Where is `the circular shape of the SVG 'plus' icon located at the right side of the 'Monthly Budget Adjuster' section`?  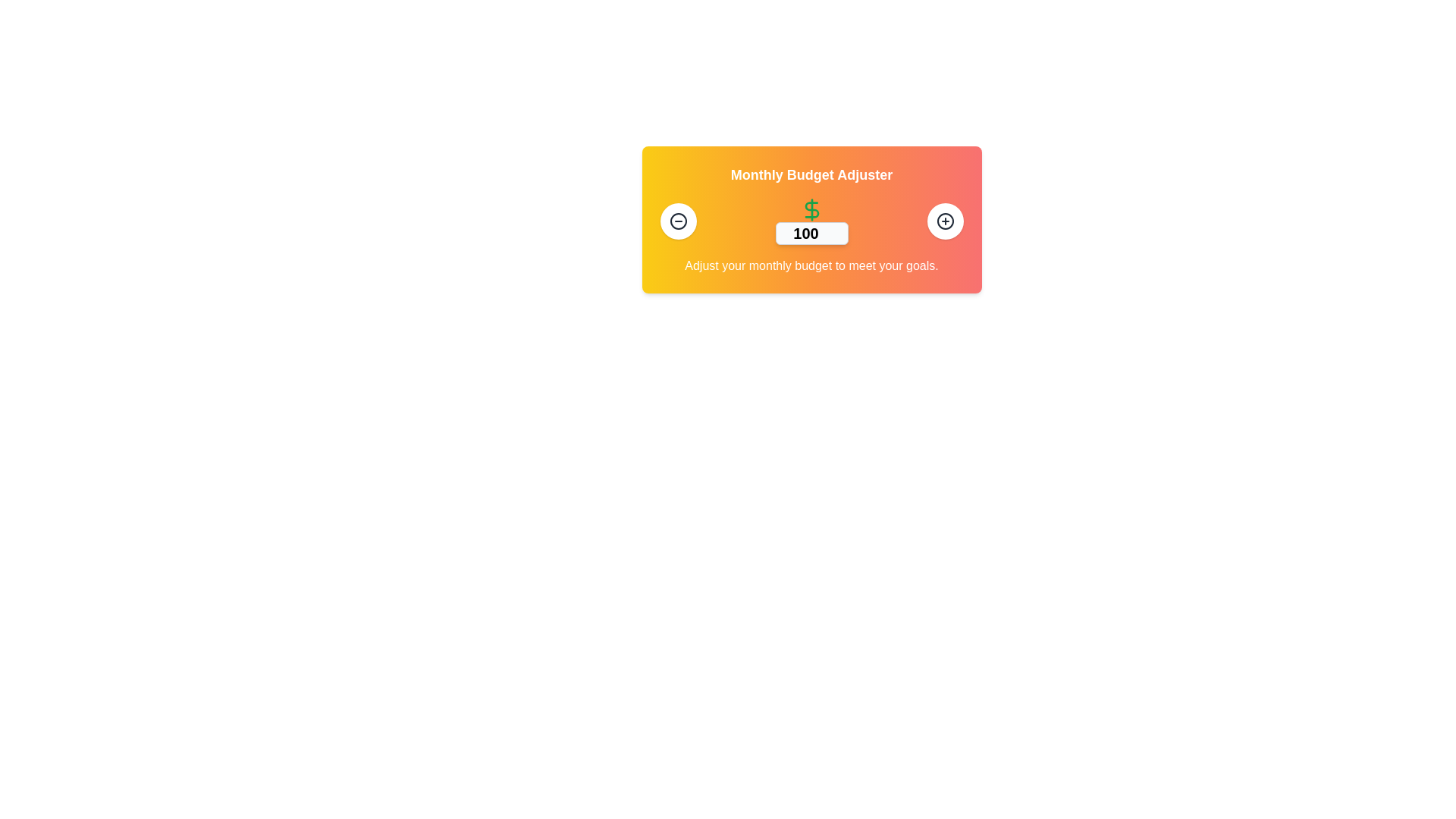
the circular shape of the SVG 'plus' icon located at the right side of the 'Monthly Budget Adjuster' section is located at coordinates (944, 221).